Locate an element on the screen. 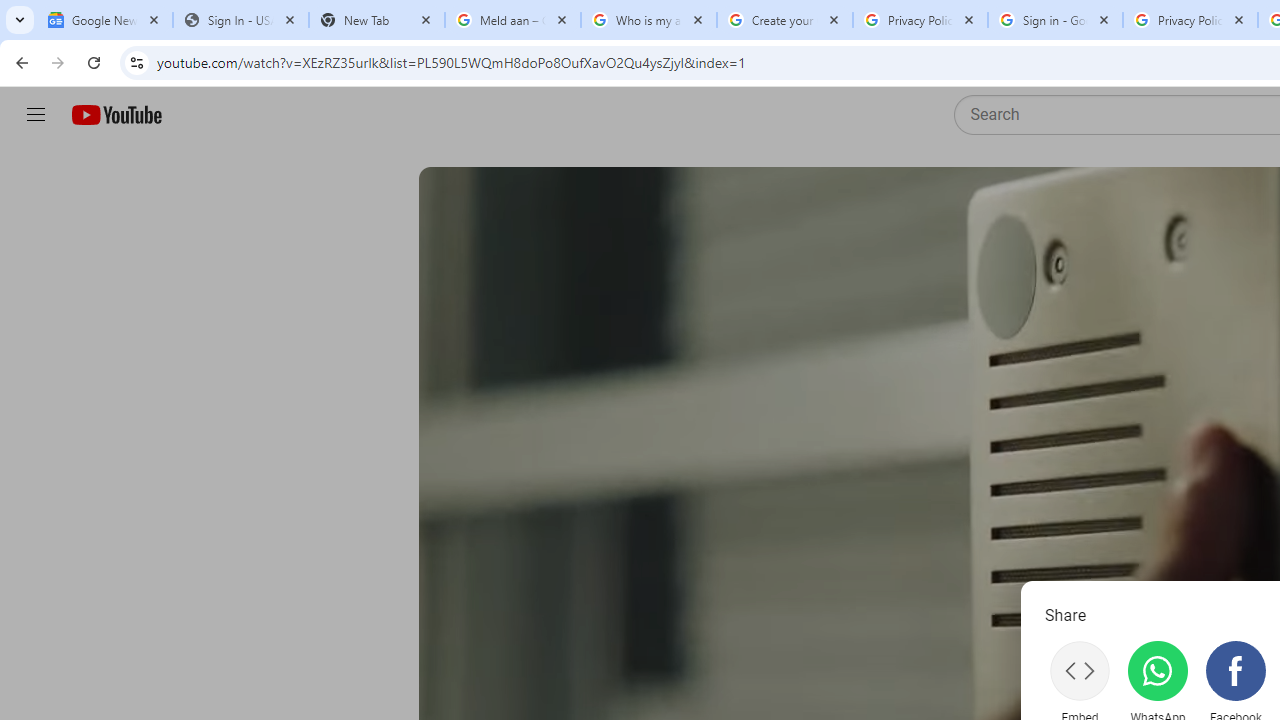 The image size is (1280, 720). 'YouTube Home' is located at coordinates (115, 115).